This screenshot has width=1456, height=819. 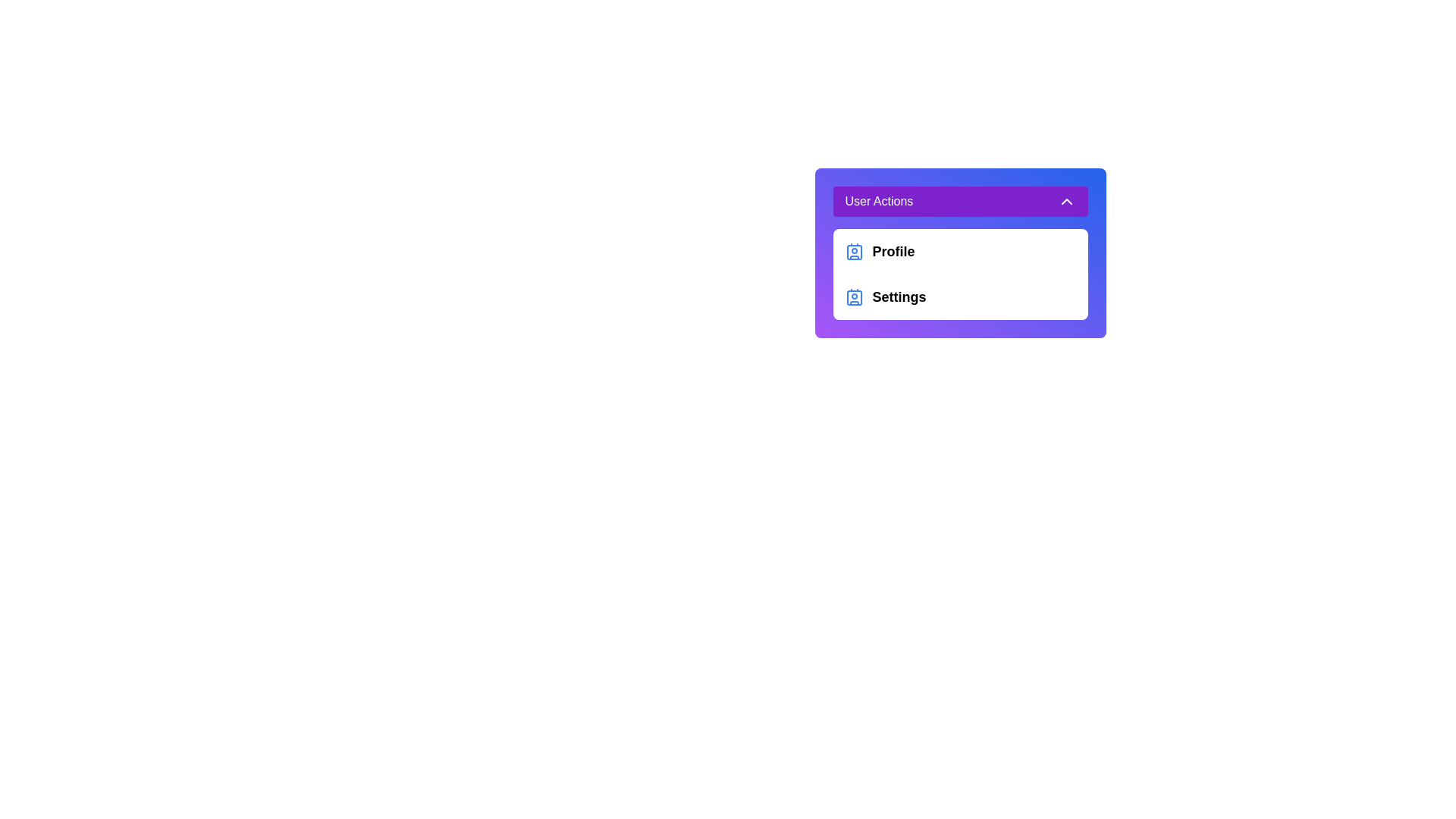 I want to click on the Profile icon element located in the User Actions dropdown menu, so click(x=854, y=251).